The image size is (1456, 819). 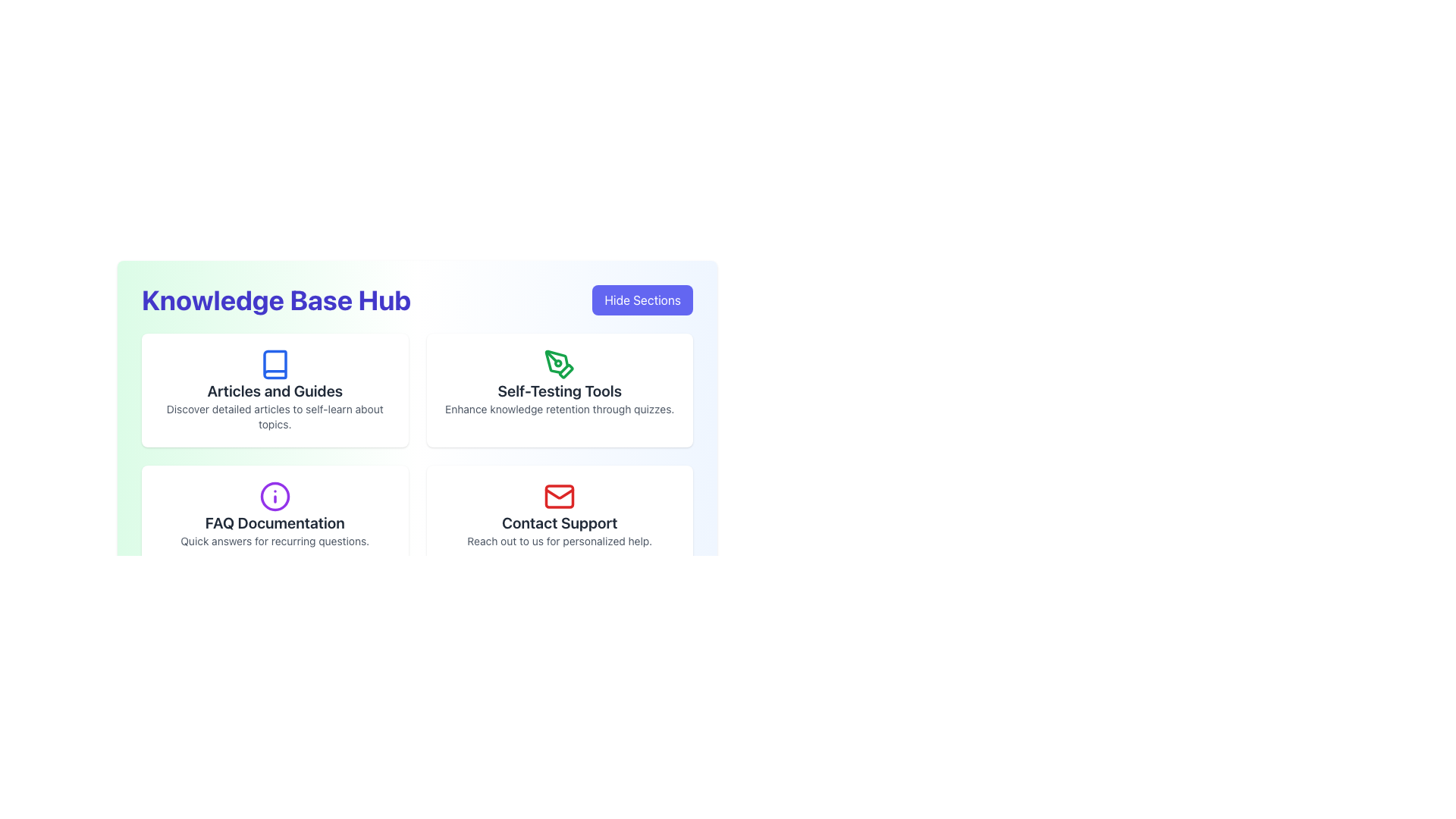 I want to click on the 'Self-Testing Tools' icon located in the second card of the 'Knowledge Base Hub' interface, positioned in the center-right above the label 'Self-Testing Tools', so click(x=559, y=365).